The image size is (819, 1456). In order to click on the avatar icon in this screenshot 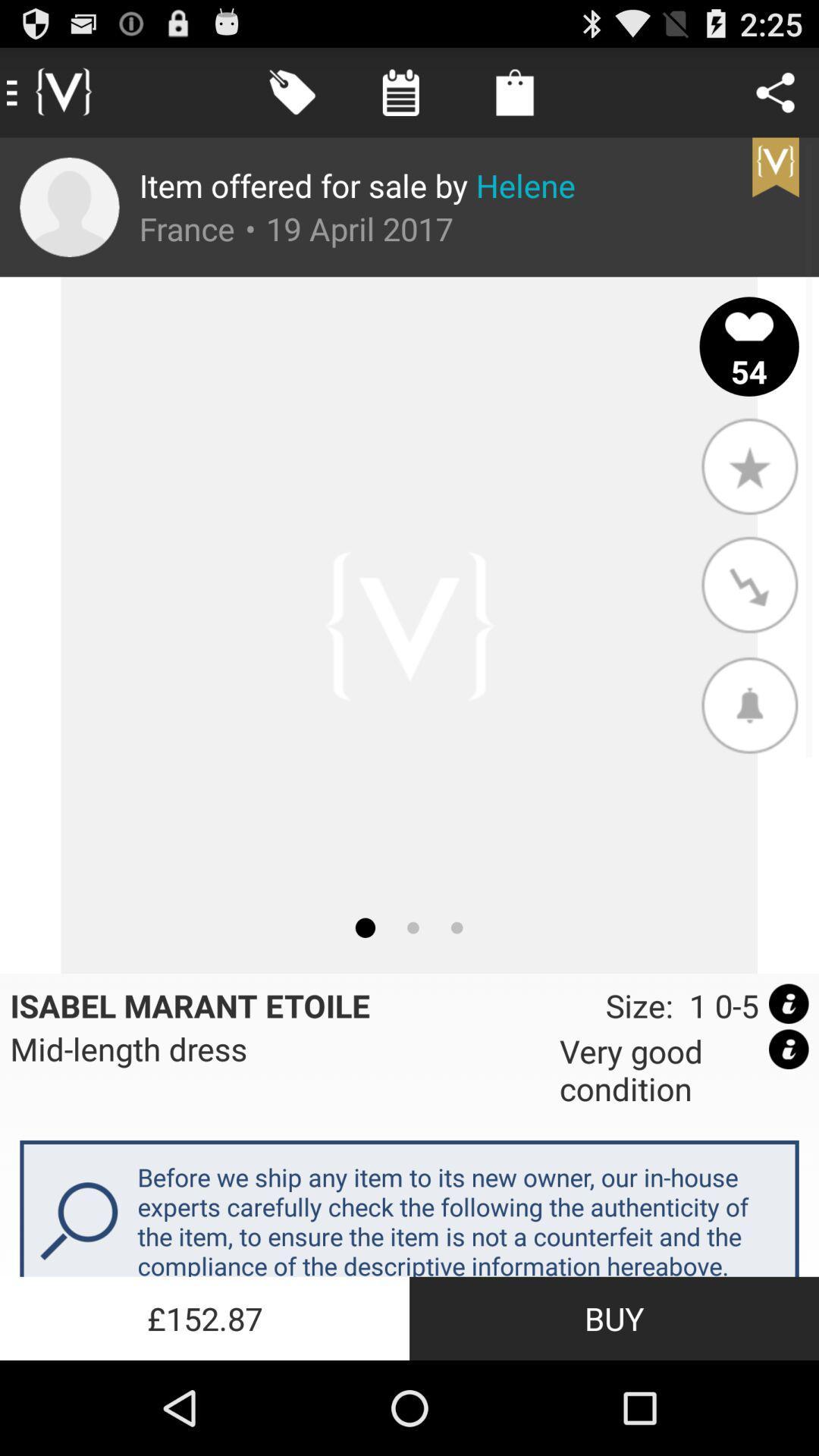, I will do `click(69, 221)`.